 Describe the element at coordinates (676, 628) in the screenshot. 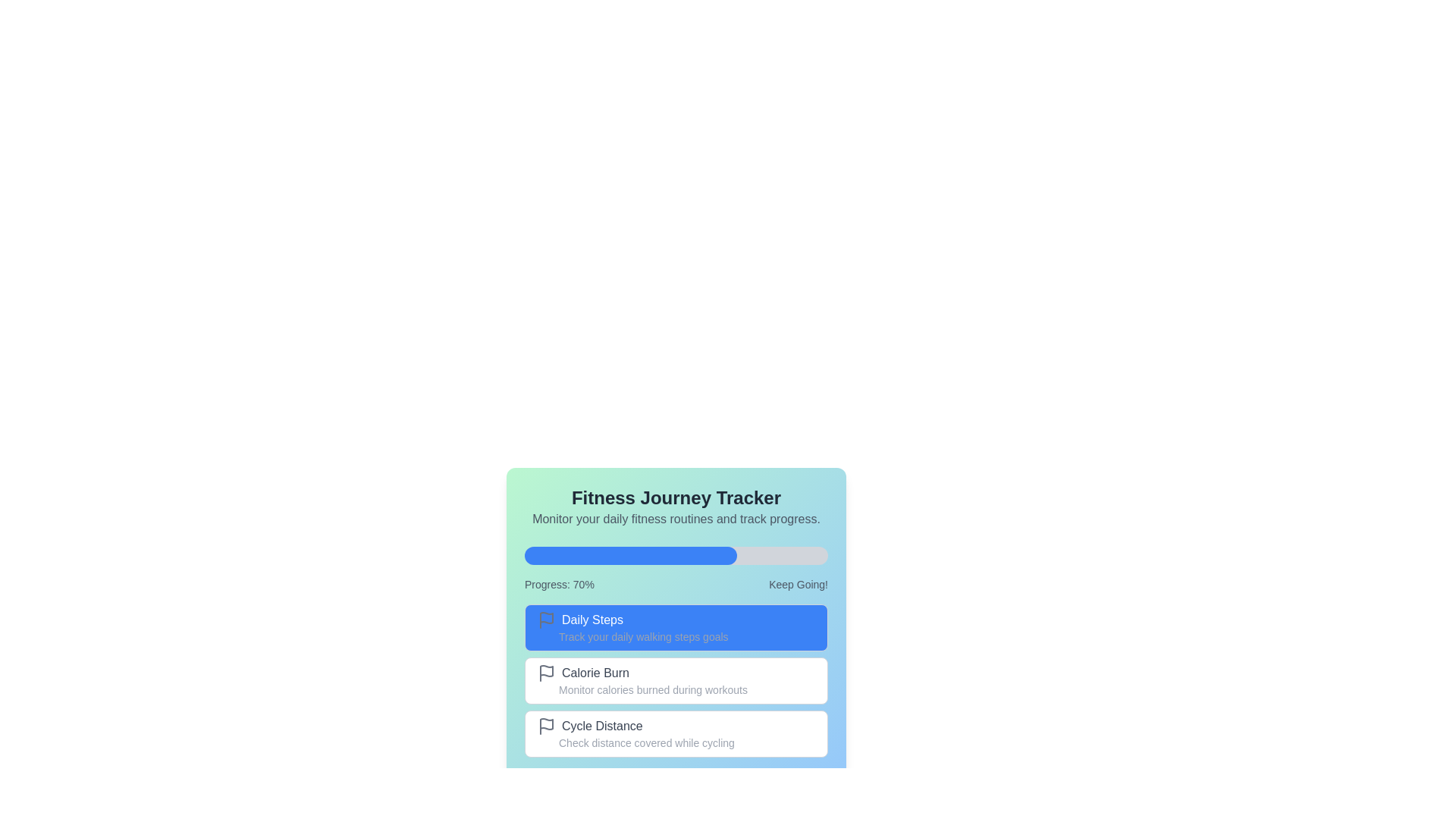

I see `the blue 'Daily Steps' button with a flag icon, which is the first option in a vertical list of three buttons, to observe any visual feedback` at that location.